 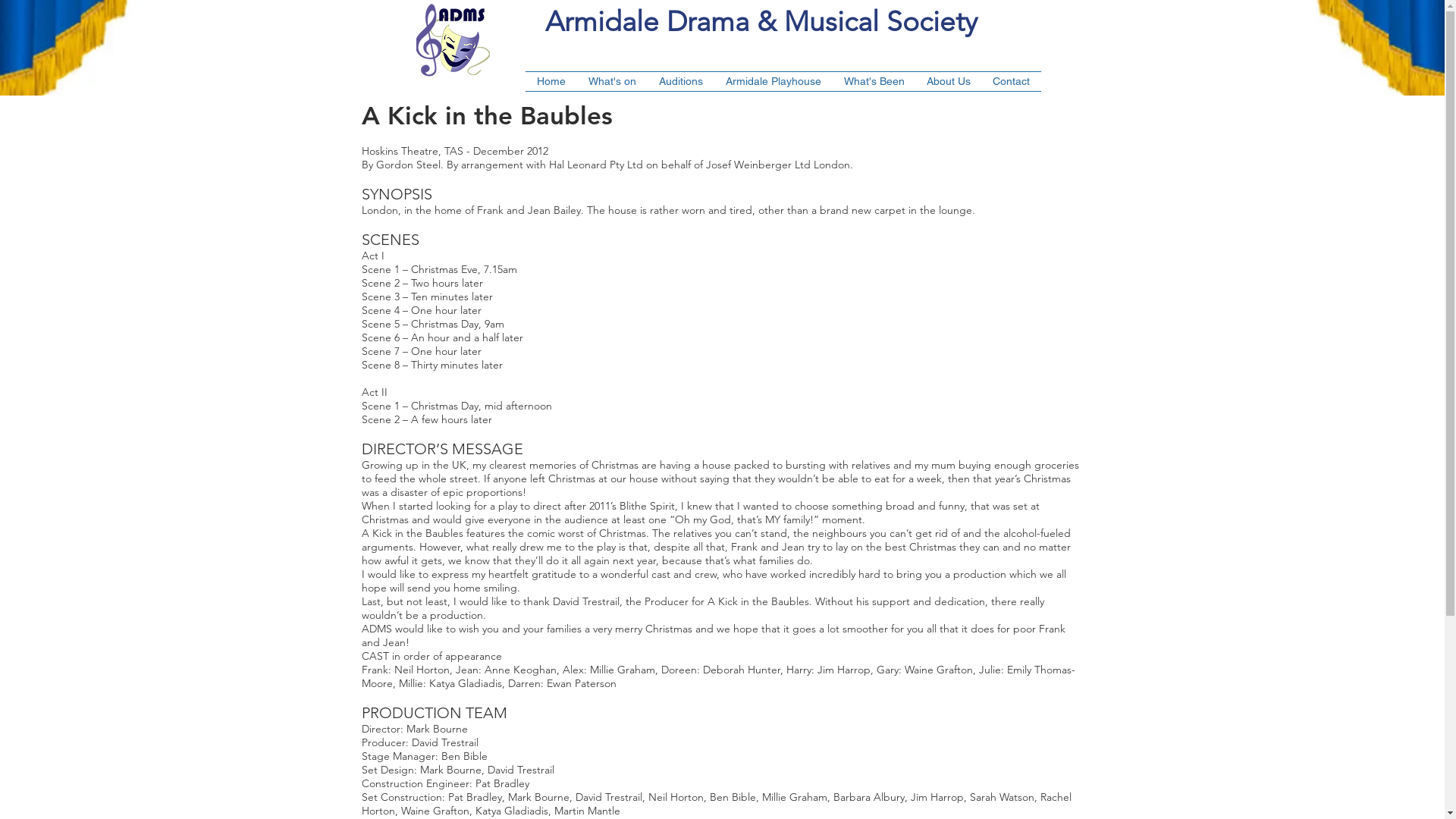 What do you see at coordinates (773, 81) in the screenshot?
I see `'Armidale Playhouse'` at bounding box center [773, 81].